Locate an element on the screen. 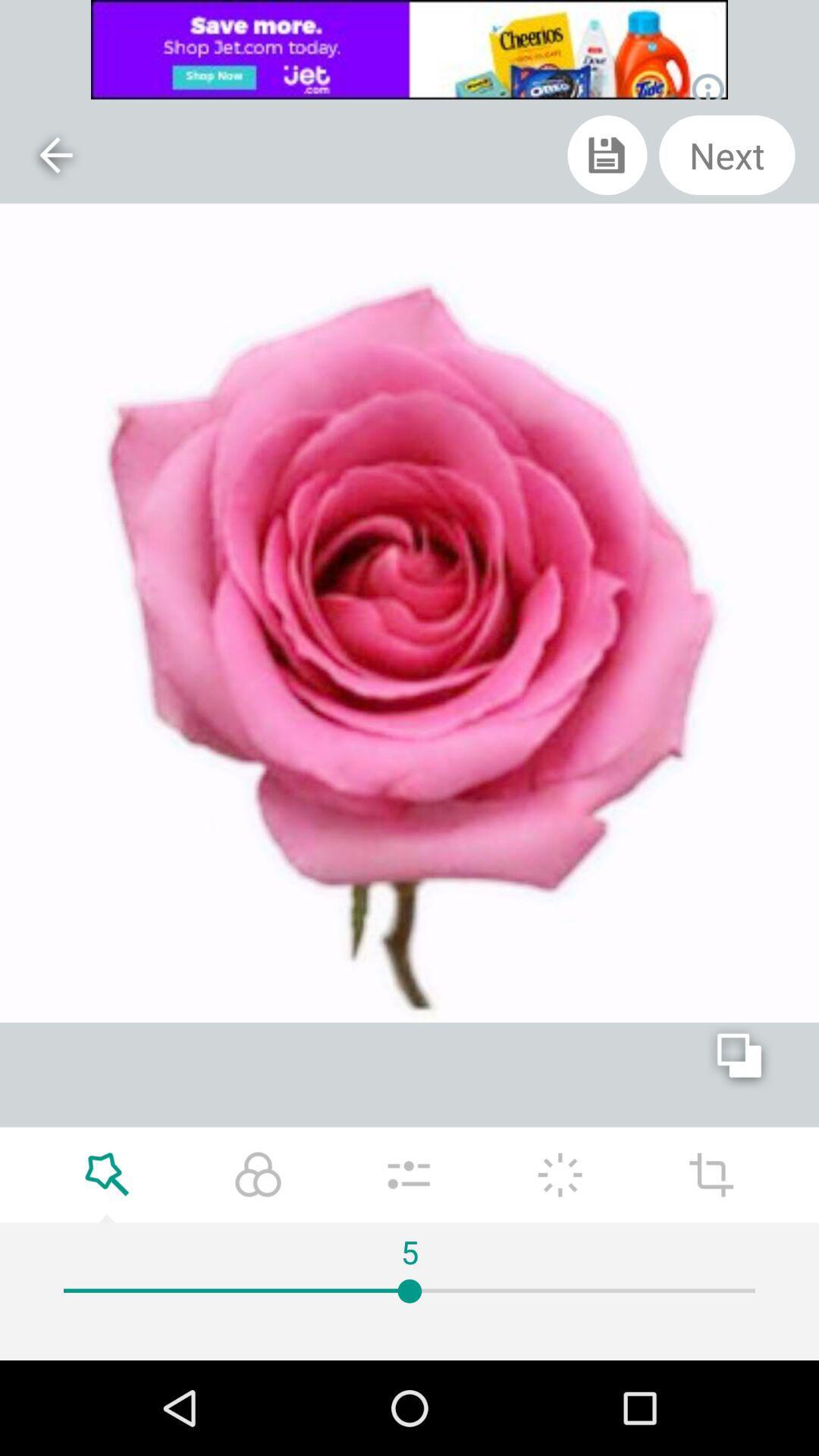 The height and width of the screenshot is (1456, 819). rotate images is located at coordinates (711, 1174).